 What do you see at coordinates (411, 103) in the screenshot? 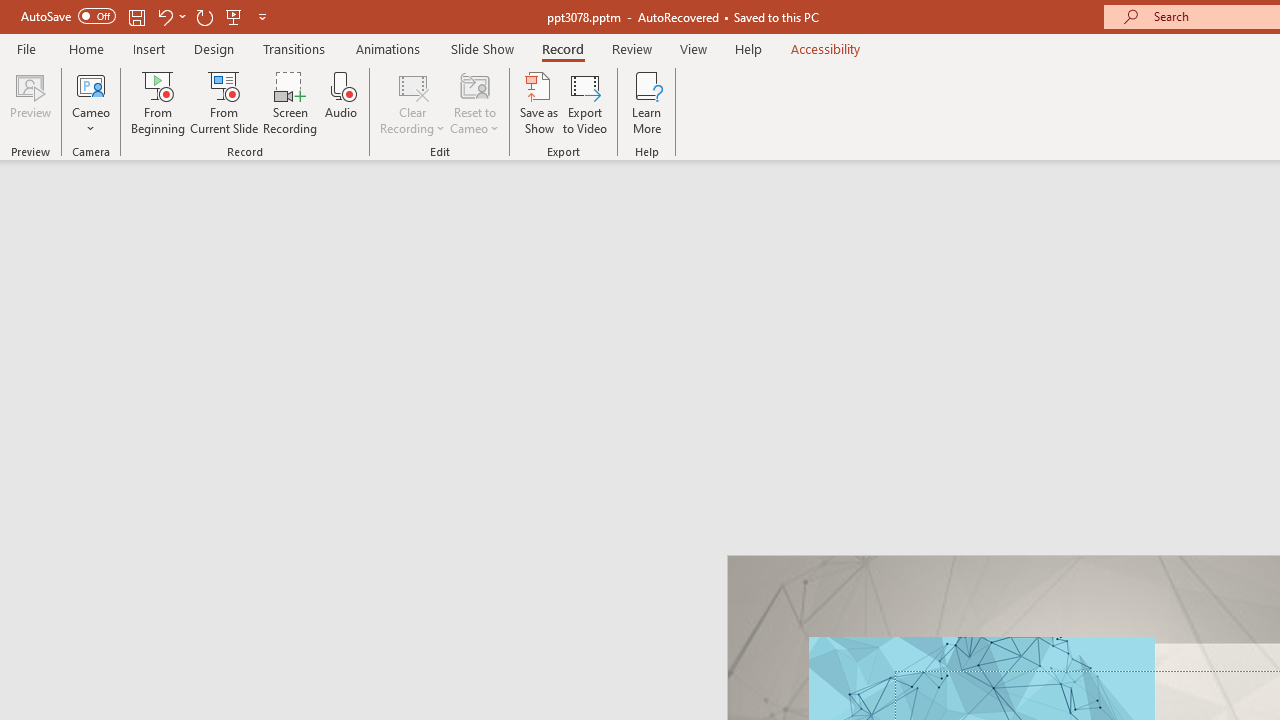
I see `'Clear Recording'` at bounding box center [411, 103].